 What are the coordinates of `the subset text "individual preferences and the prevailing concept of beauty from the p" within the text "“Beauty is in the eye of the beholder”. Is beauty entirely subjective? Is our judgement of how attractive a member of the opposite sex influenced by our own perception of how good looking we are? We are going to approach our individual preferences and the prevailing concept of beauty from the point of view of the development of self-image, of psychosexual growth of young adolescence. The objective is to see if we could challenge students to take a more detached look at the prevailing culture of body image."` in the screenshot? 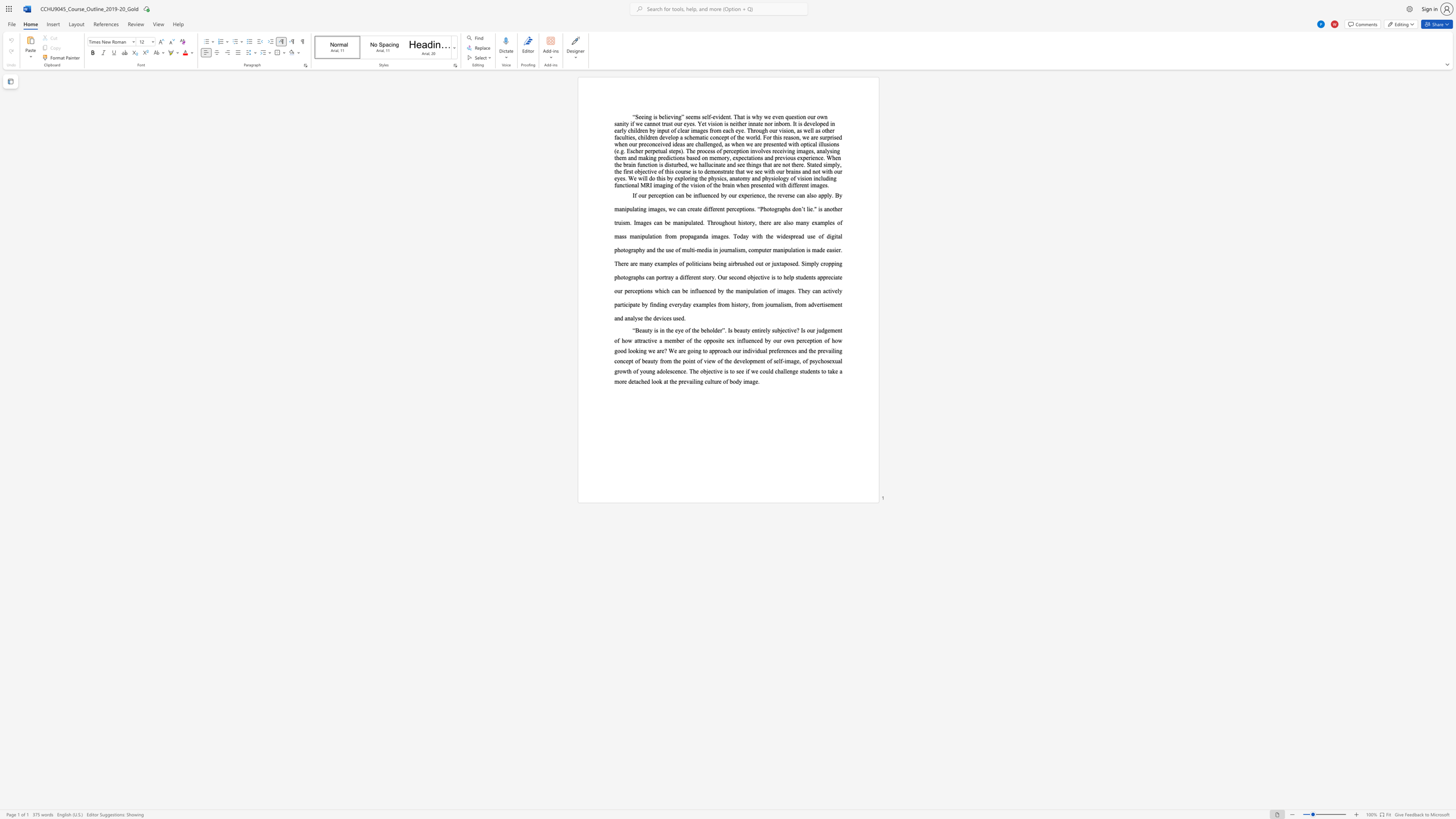 It's located at (742, 350).